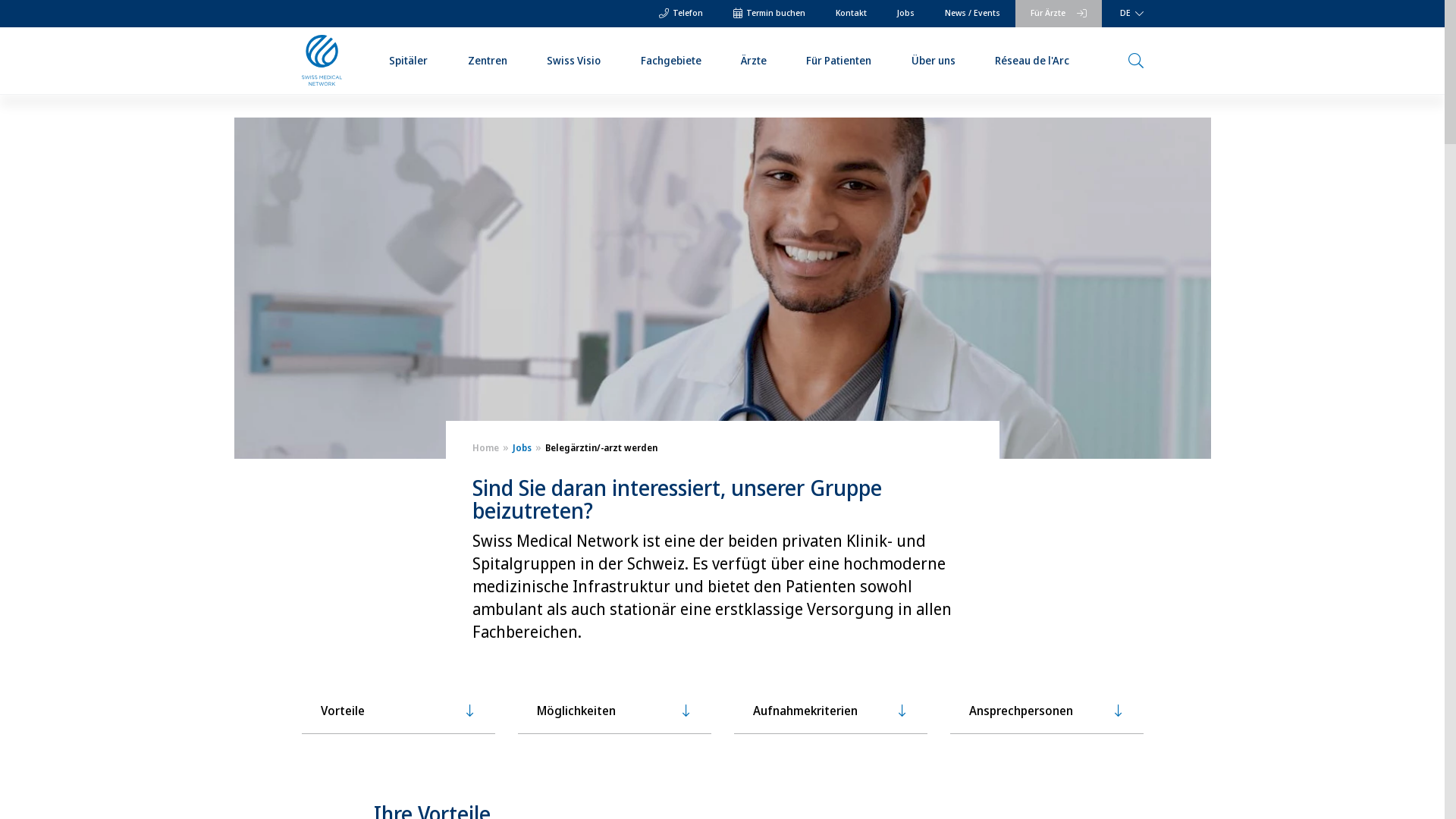 This screenshot has width=1456, height=819. I want to click on 'Aufnahmekriterien', so click(734, 711).